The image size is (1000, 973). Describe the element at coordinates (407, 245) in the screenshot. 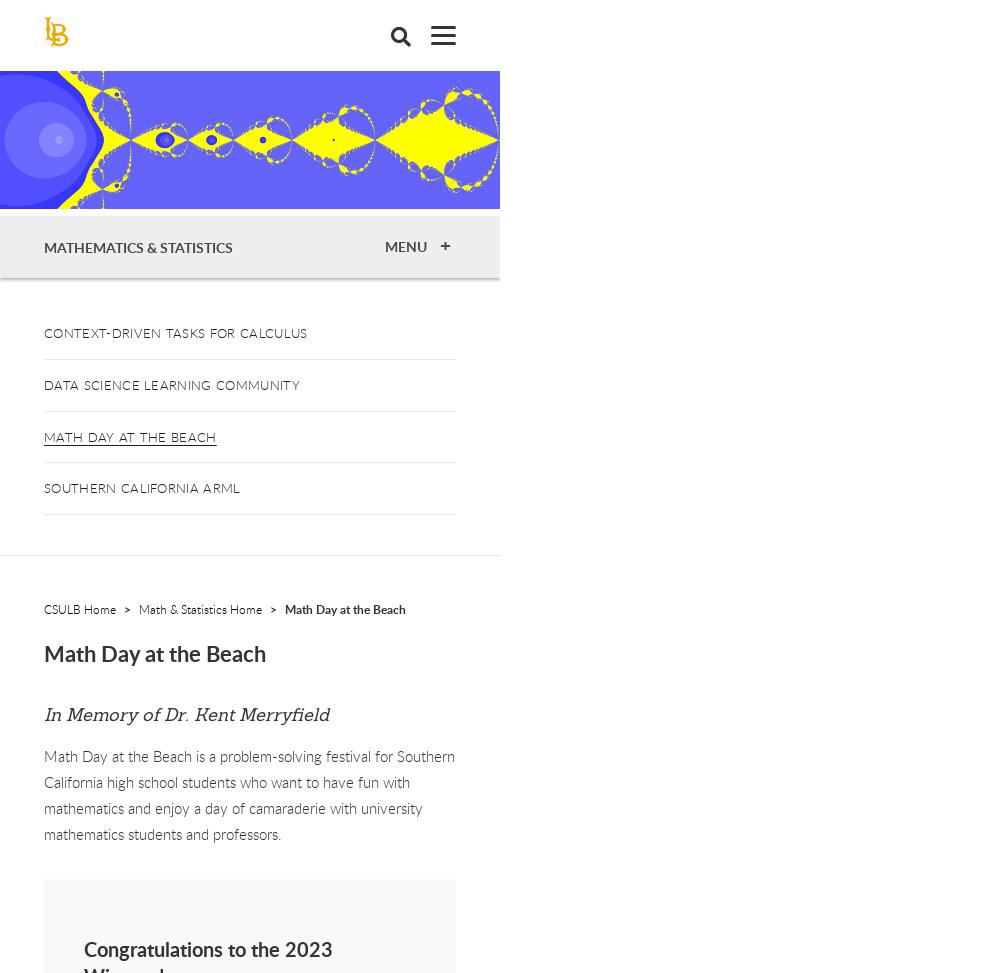

I see `'Menu'` at that location.